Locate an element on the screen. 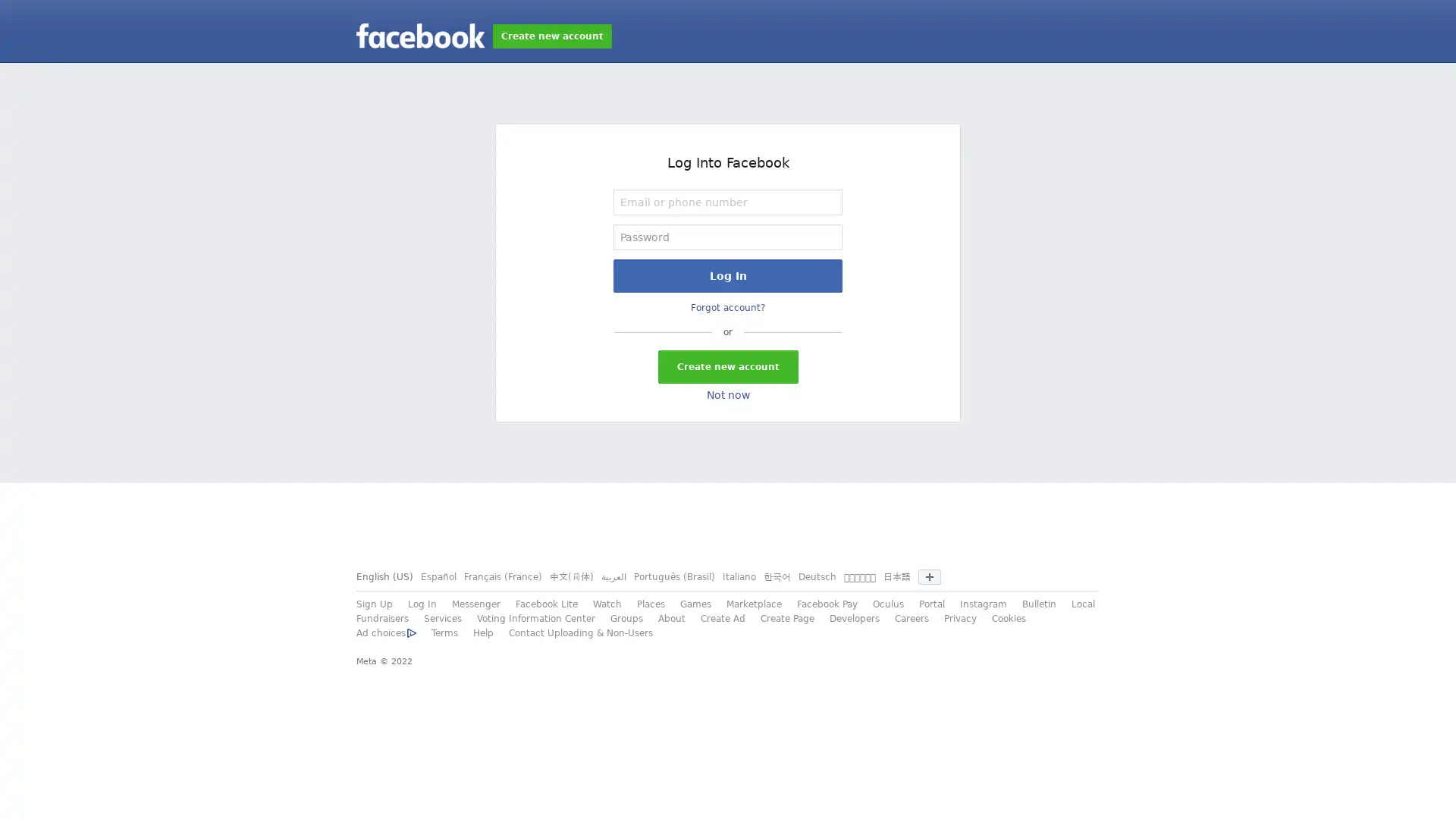 Image resolution: width=1456 pixels, height=819 pixels. Log In is located at coordinates (728, 275).